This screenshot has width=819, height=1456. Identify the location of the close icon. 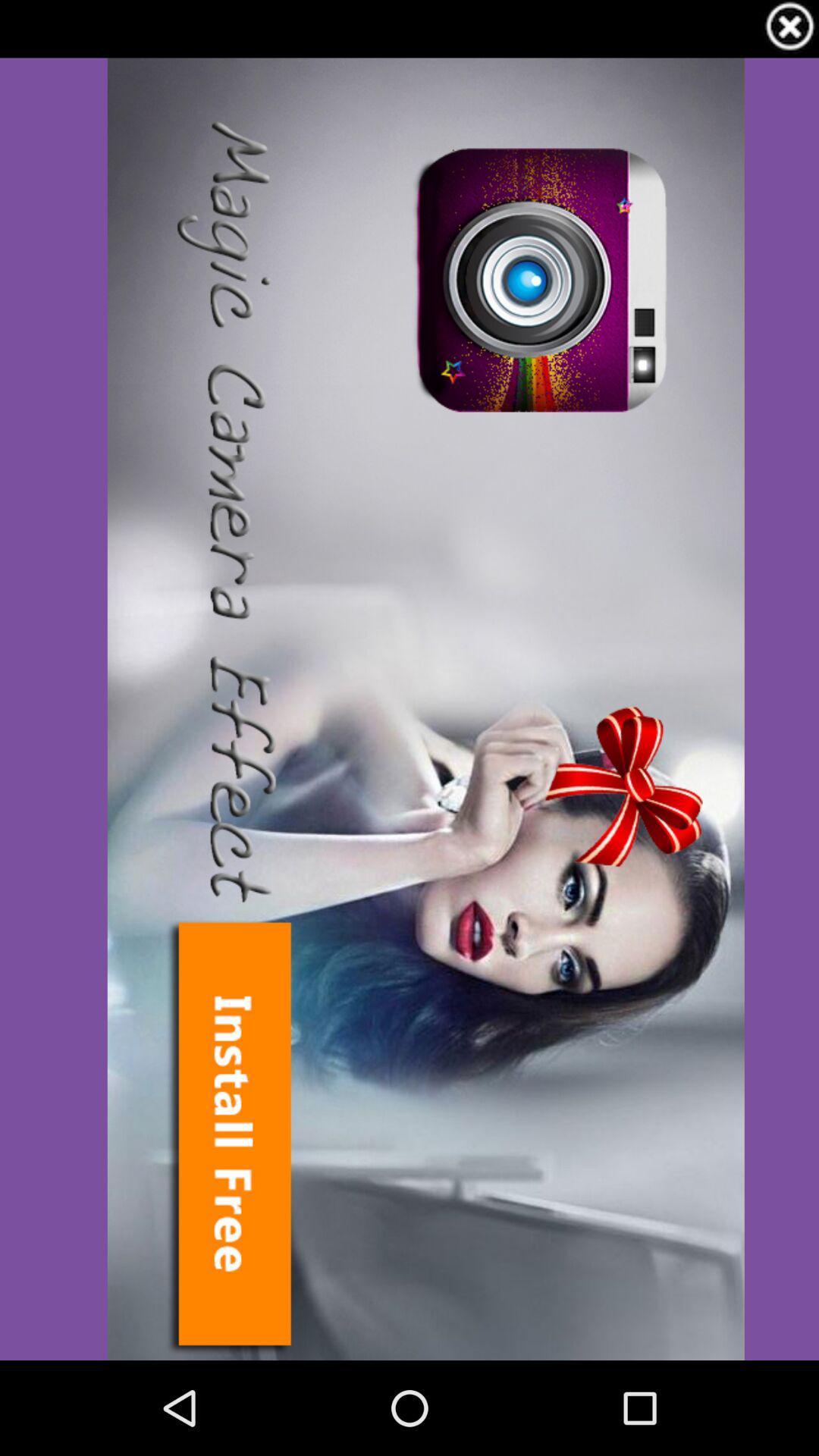
(789, 30).